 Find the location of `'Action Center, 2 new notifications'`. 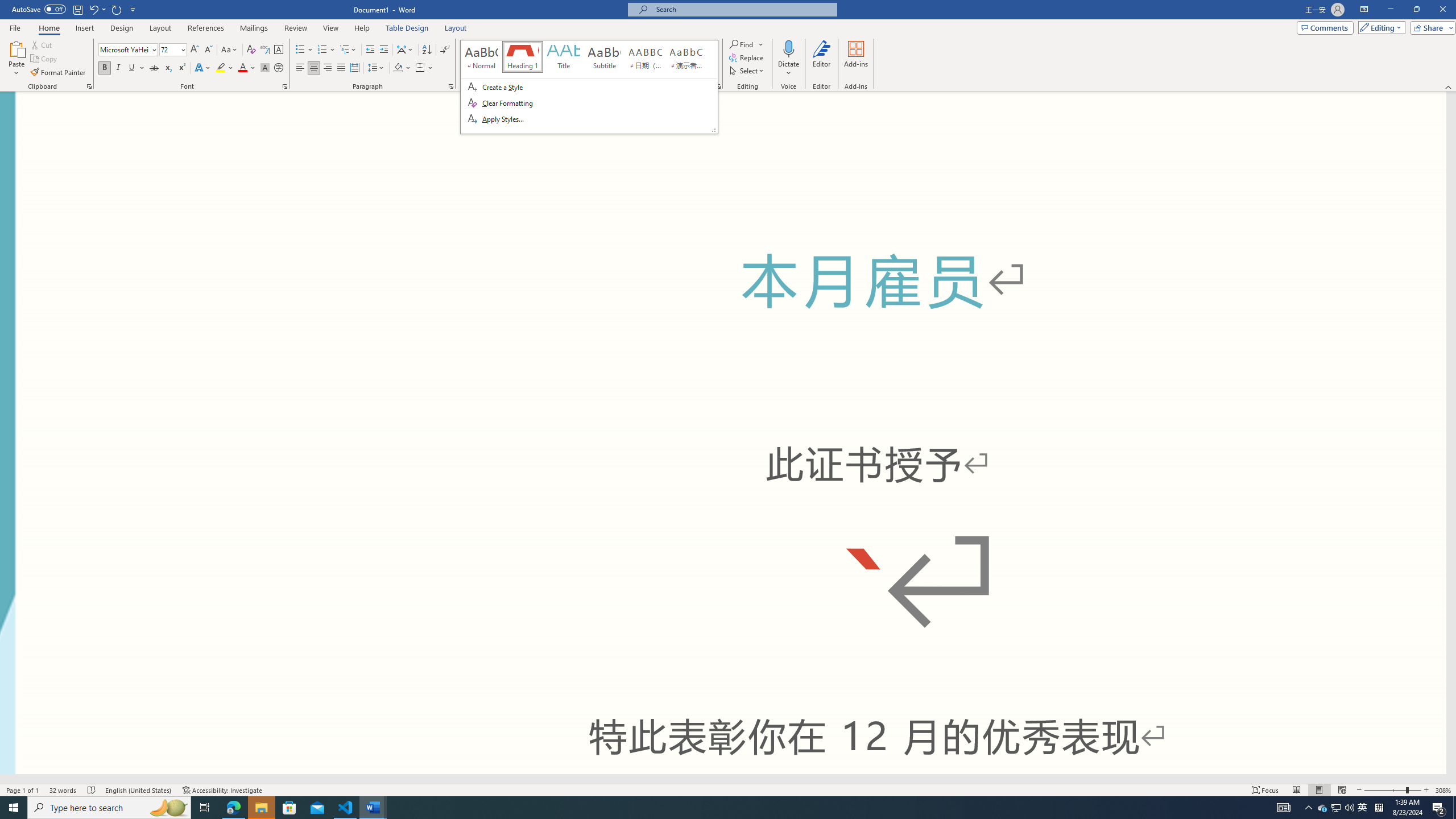

'Action Center, 2 new notifications' is located at coordinates (1439, 806).